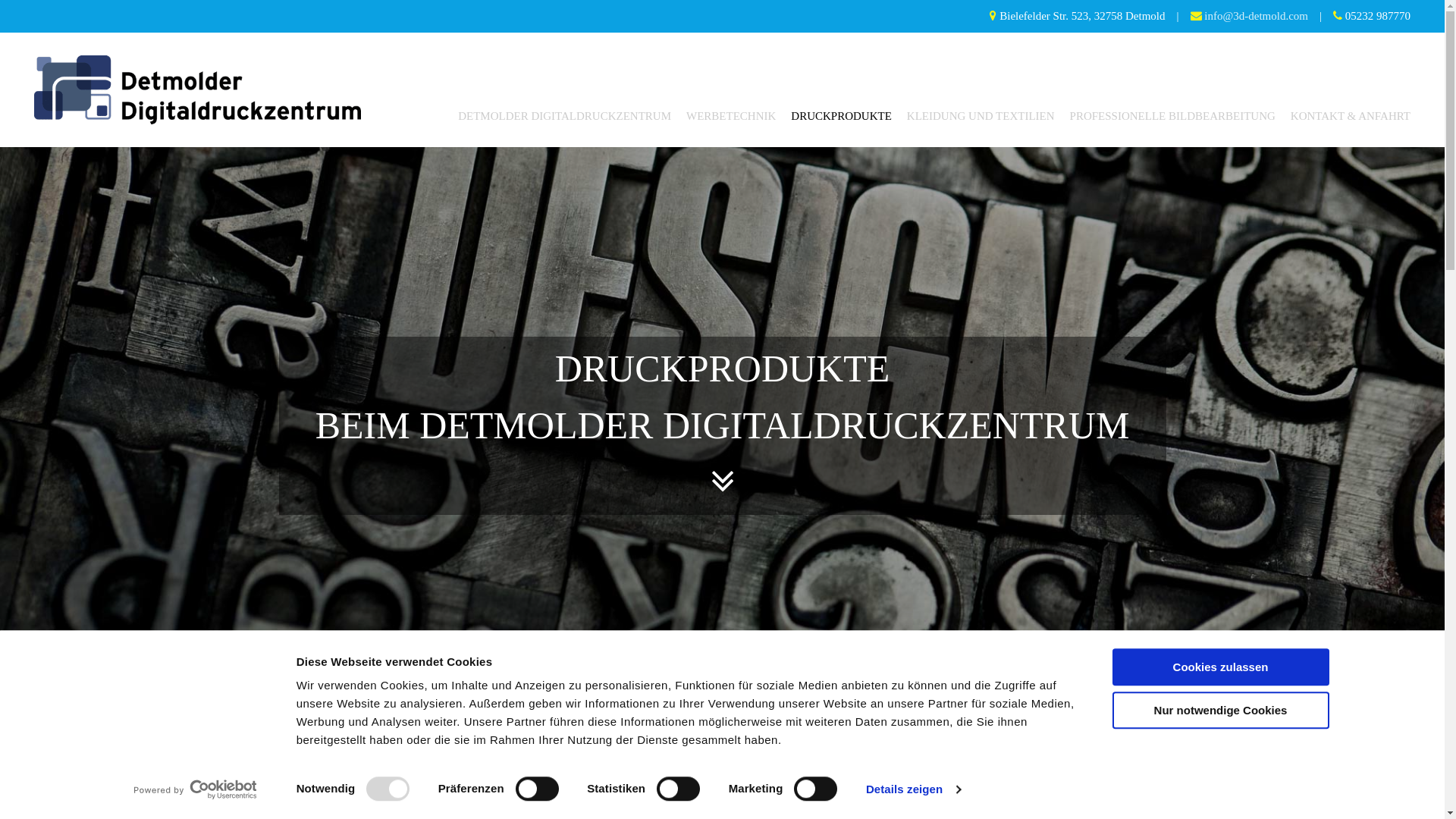  What do you see at coordinates (973, 116) in the screenshot?
I see `'KLEIDUNG UND TEXTILIEN'` at bounding box center [973, 116].